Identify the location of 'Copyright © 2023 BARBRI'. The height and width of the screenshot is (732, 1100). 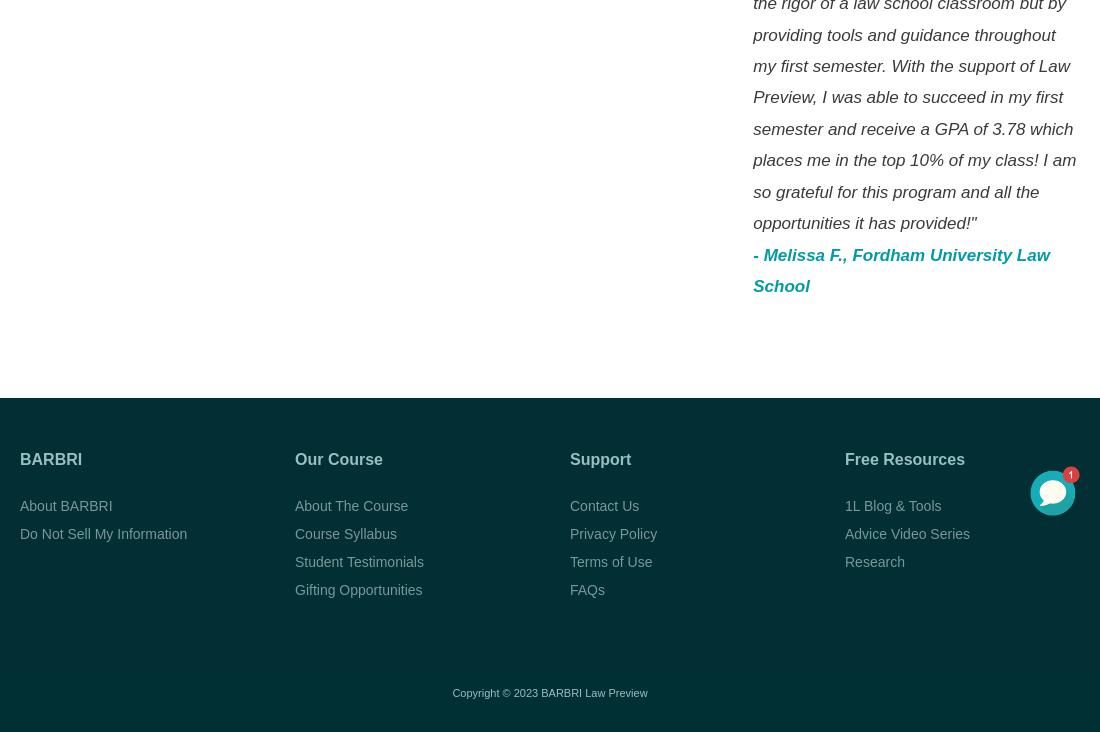
(450, 692).